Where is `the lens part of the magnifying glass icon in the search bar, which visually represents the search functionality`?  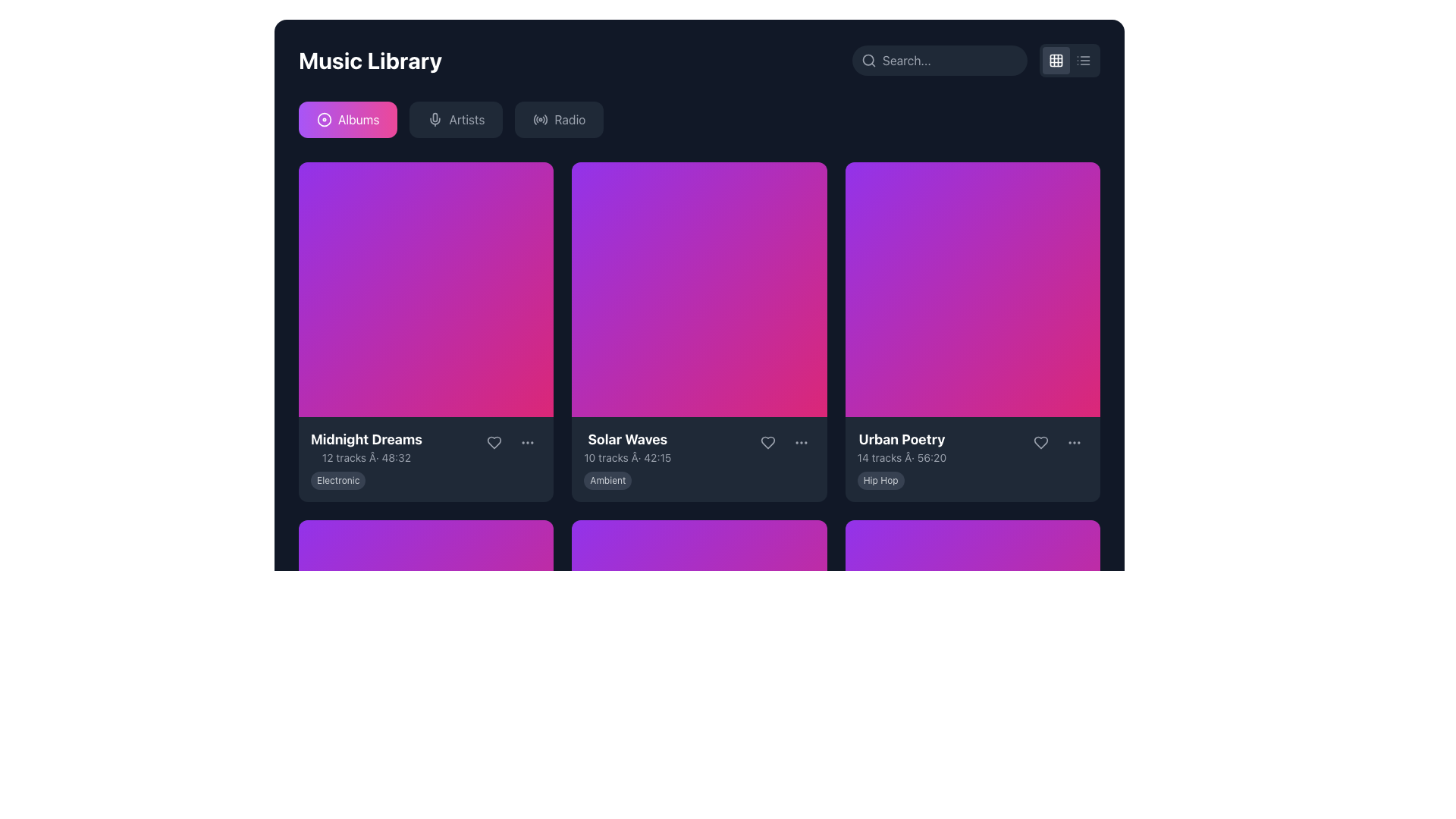 the lens part of the magnifying glass icon in the search bar, which visually represents the search functionality is located at coordinates (868, 59).